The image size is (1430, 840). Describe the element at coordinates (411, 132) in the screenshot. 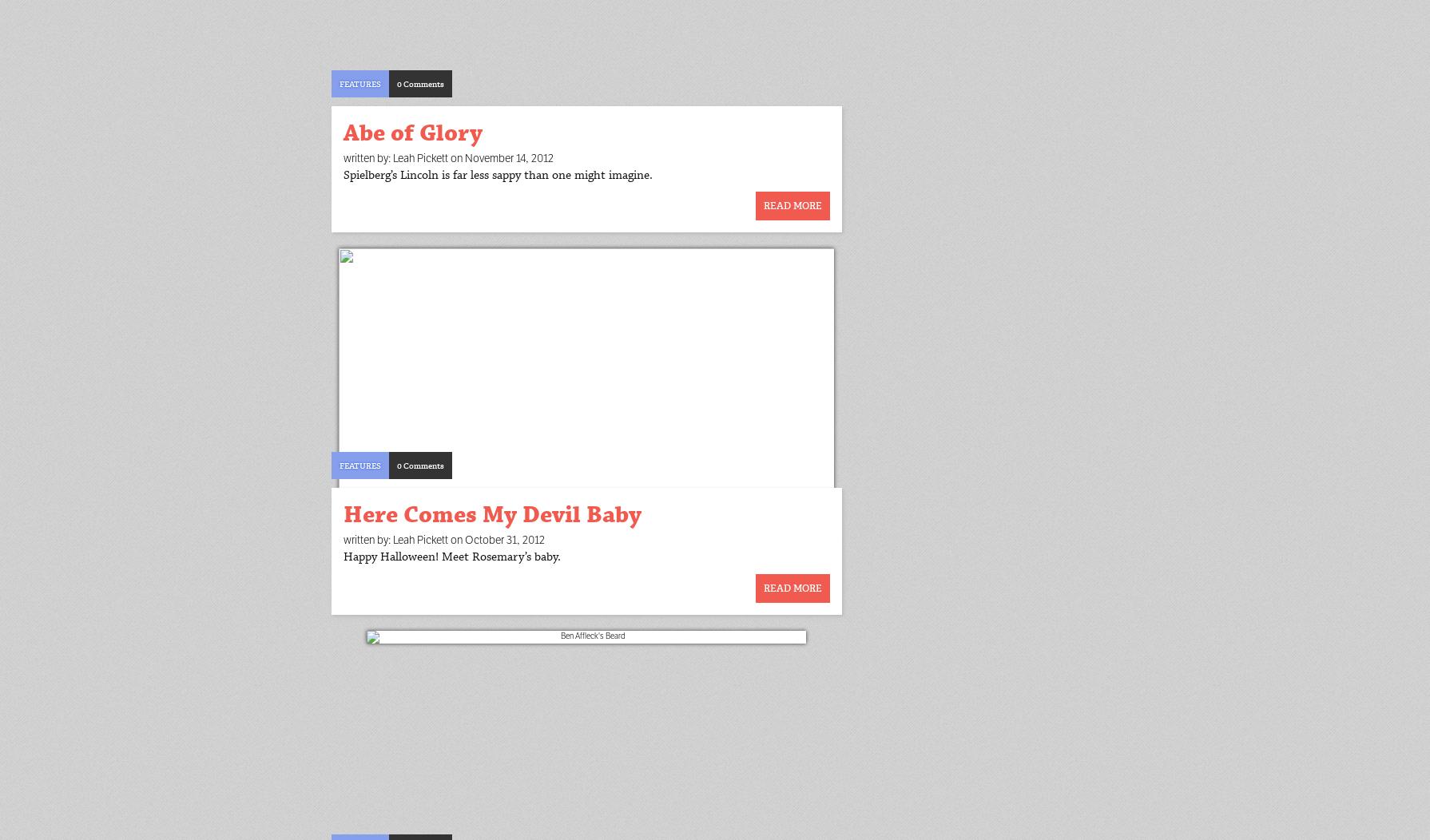

I see `'Abe of Glory'` at that location.